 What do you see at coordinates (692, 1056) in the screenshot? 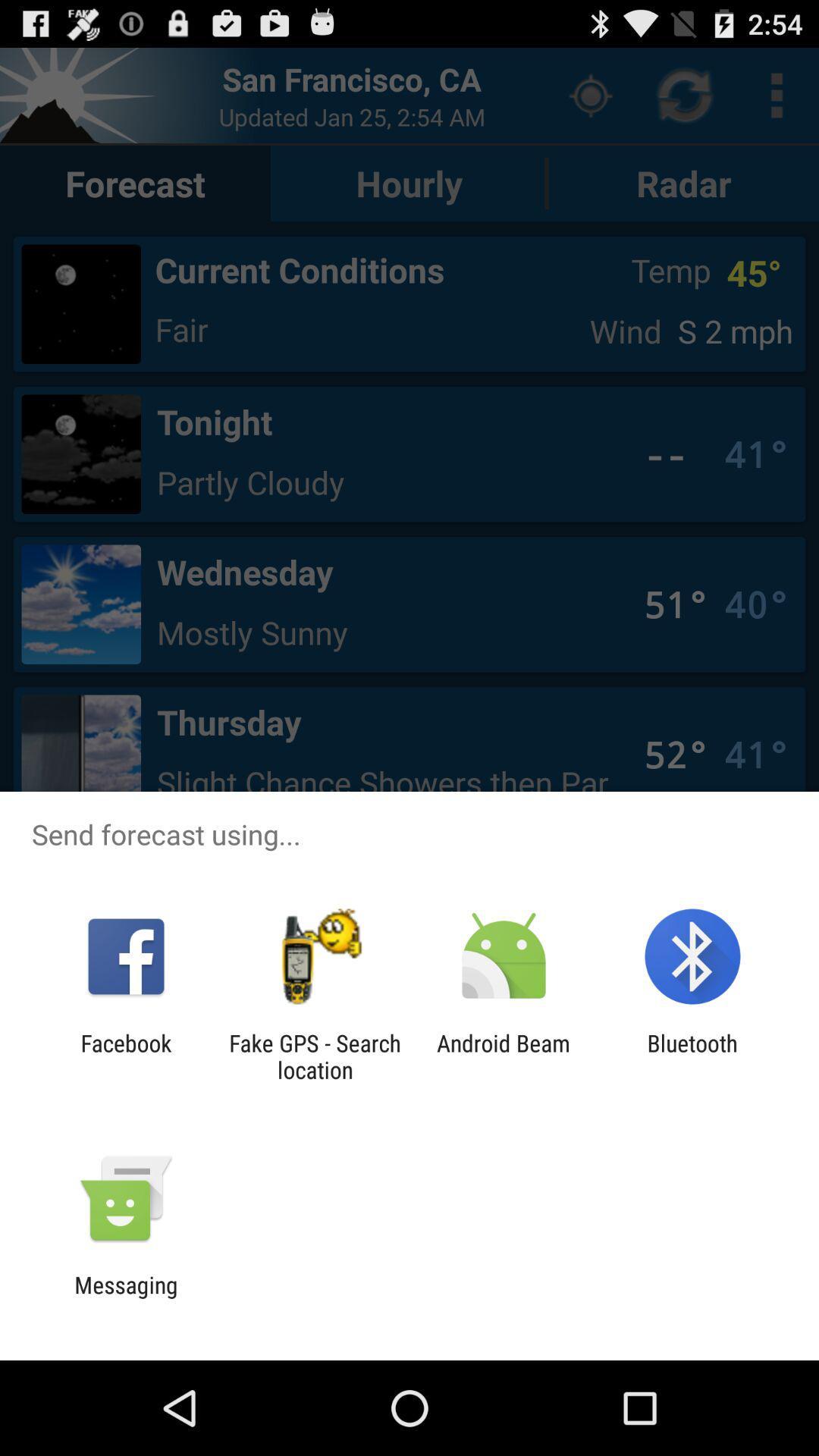
I see `the icon to the right of android beam` at bounding box center [692, 1056].